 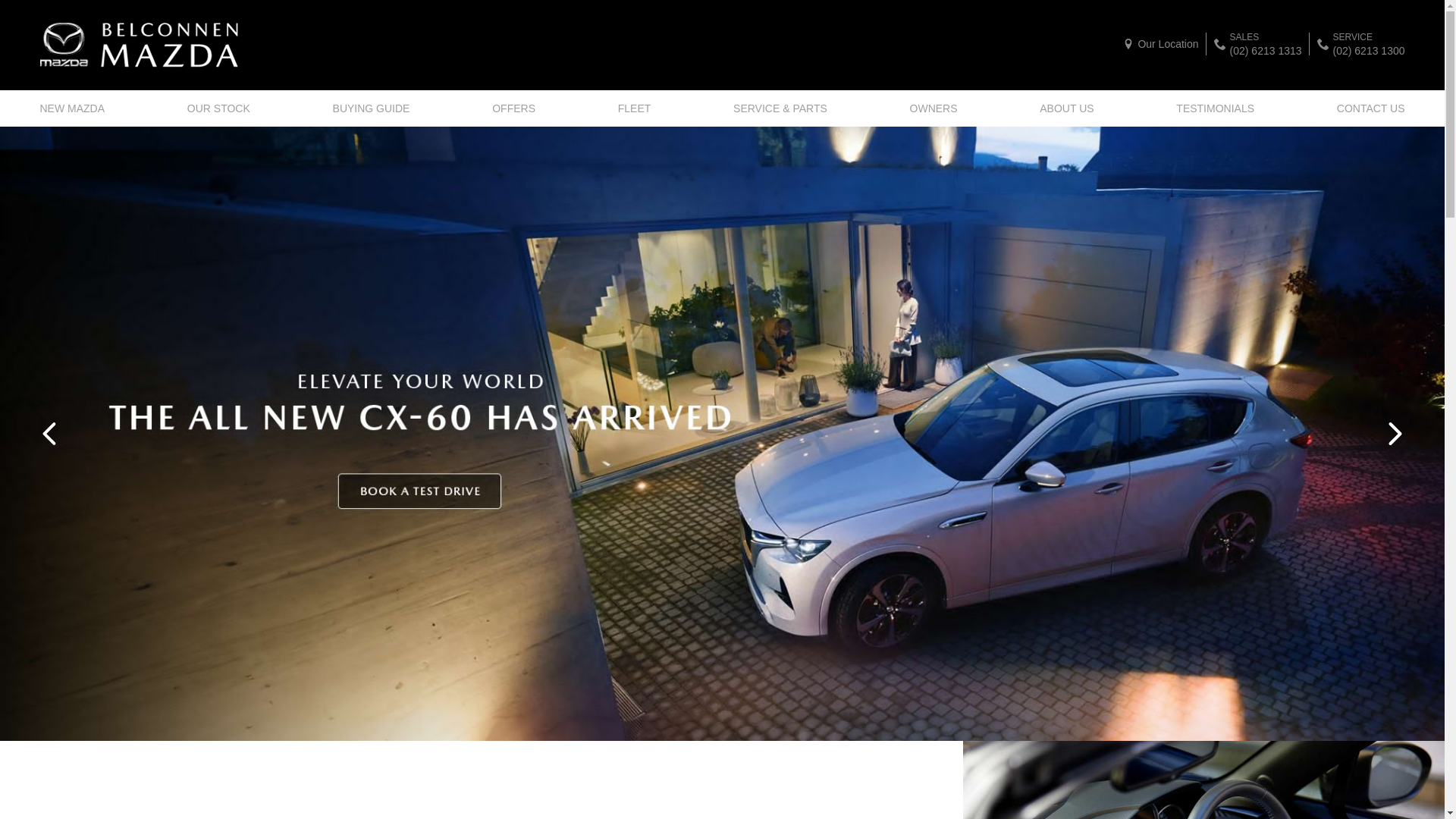 What do you see at coordinates (1159, 42) in the screenshot?
I see `'Our Location'` at bounding box center [1159, 42].